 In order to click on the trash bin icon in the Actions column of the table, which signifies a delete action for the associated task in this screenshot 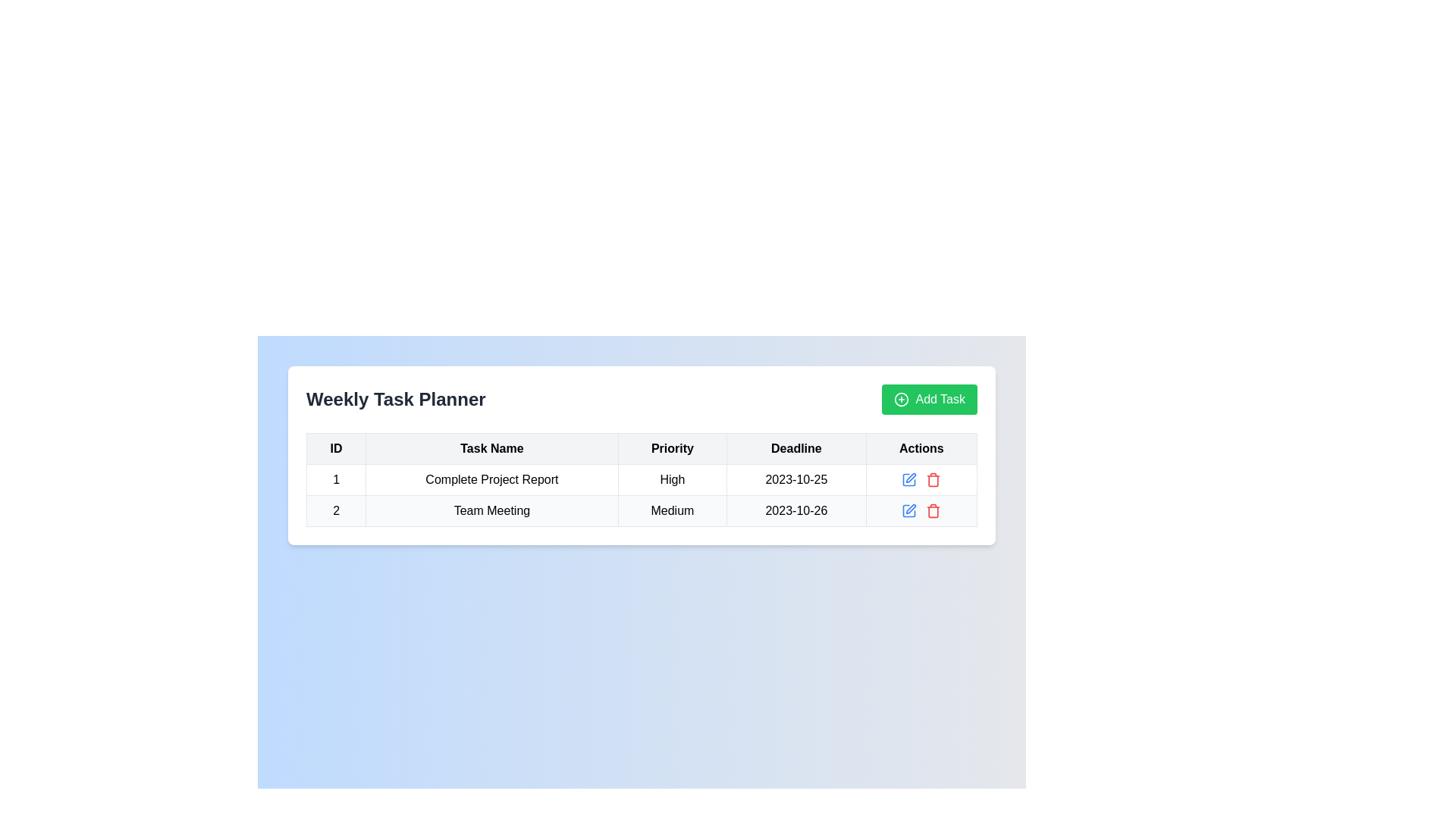, I will do `click(933, 481)`.